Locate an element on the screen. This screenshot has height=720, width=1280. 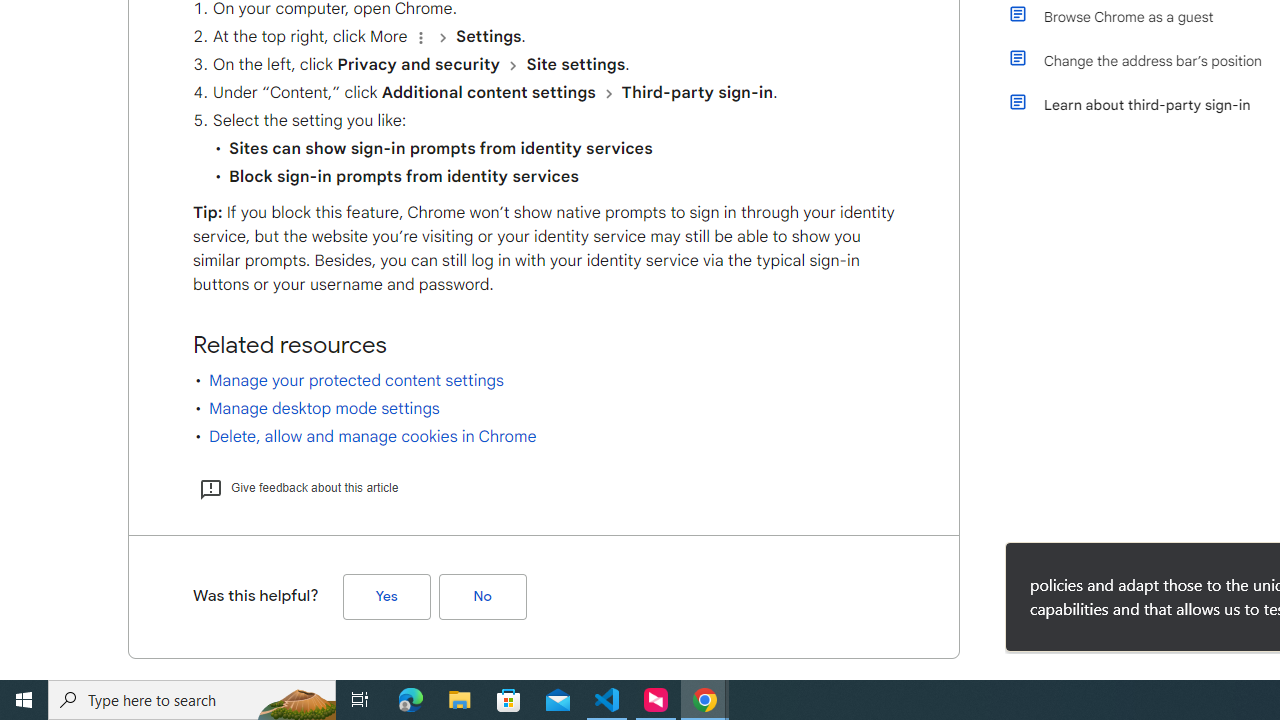
'Manage your protected content settings' is located at coordinates (356, 380).